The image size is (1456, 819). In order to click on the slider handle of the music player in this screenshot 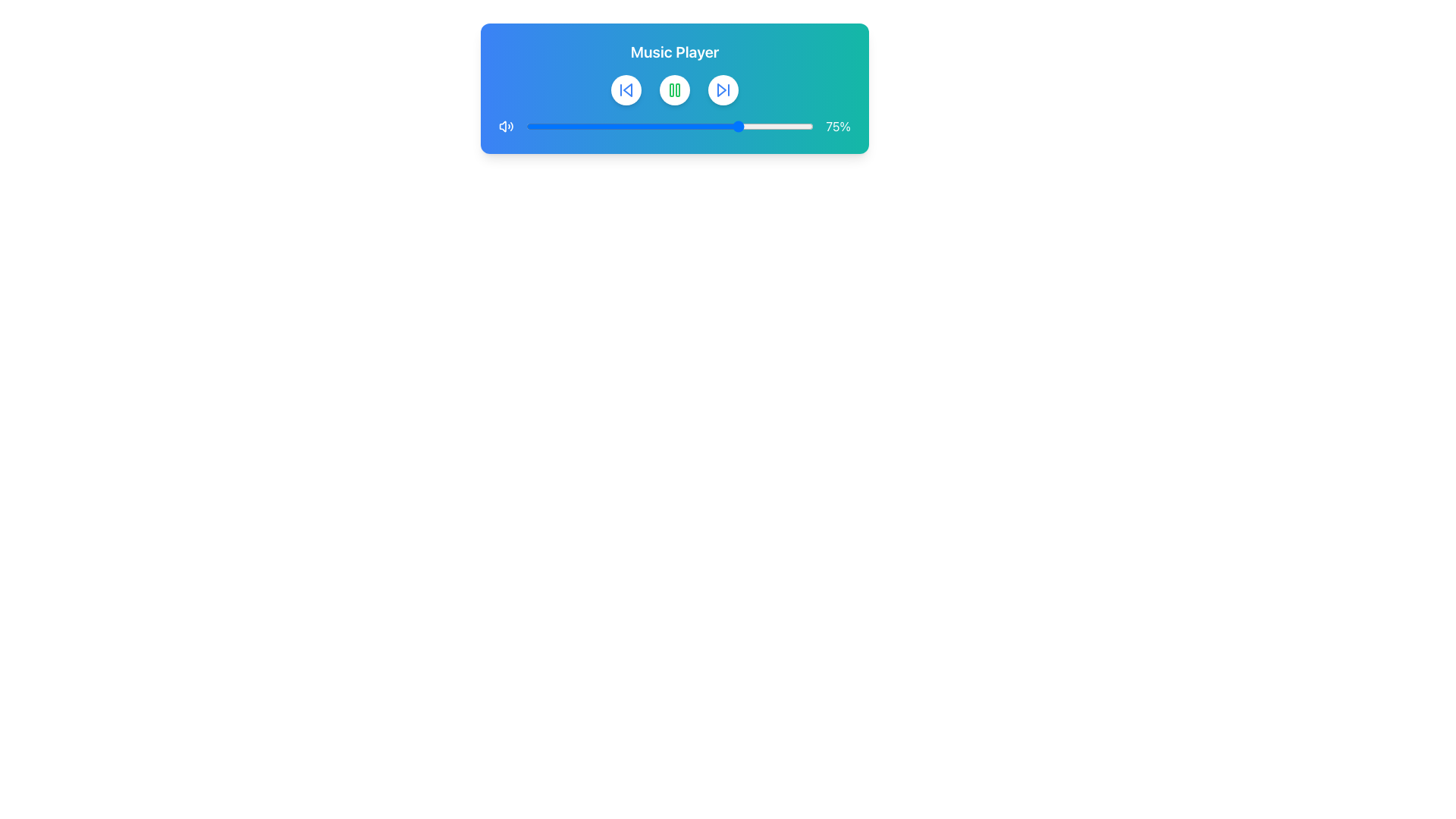, I will do `click(673, 125)`.